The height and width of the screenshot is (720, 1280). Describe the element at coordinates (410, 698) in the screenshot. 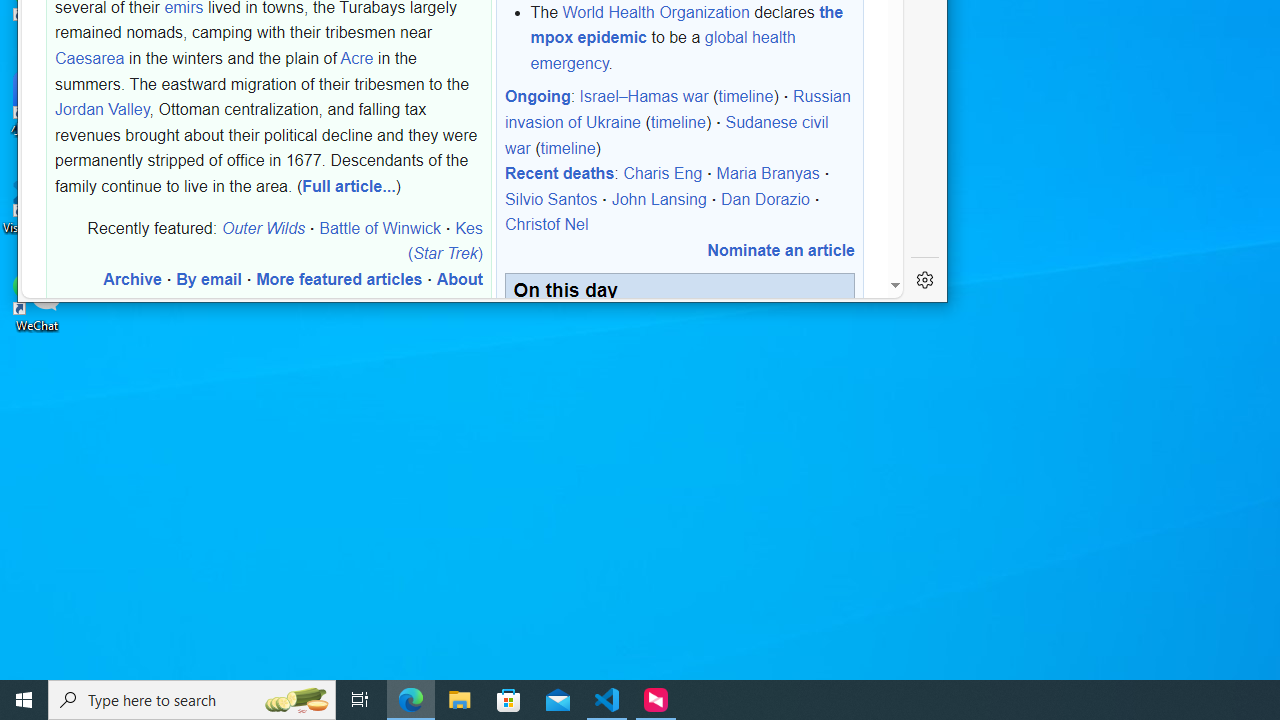

I see `'Microsoft Edge - 1 running window'` at that location.